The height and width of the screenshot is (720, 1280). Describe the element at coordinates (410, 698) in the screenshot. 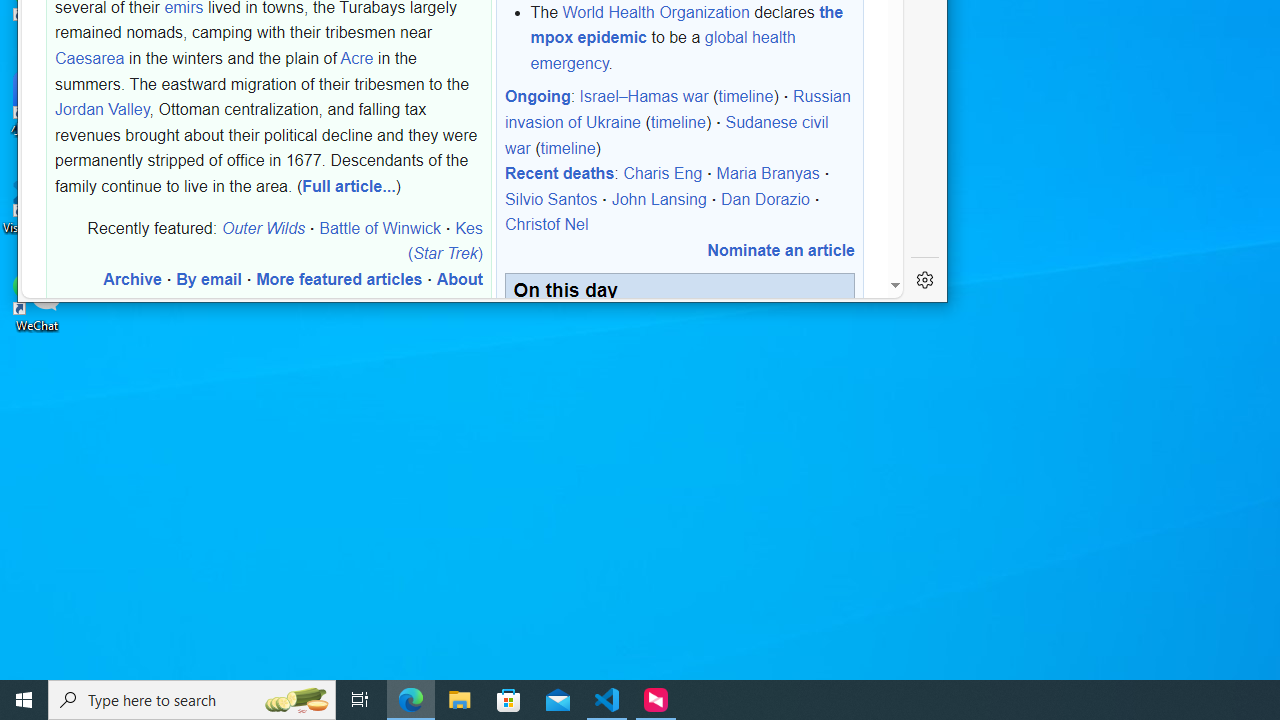

I see `'Microsoft Edge - 1 running window'` at that location.